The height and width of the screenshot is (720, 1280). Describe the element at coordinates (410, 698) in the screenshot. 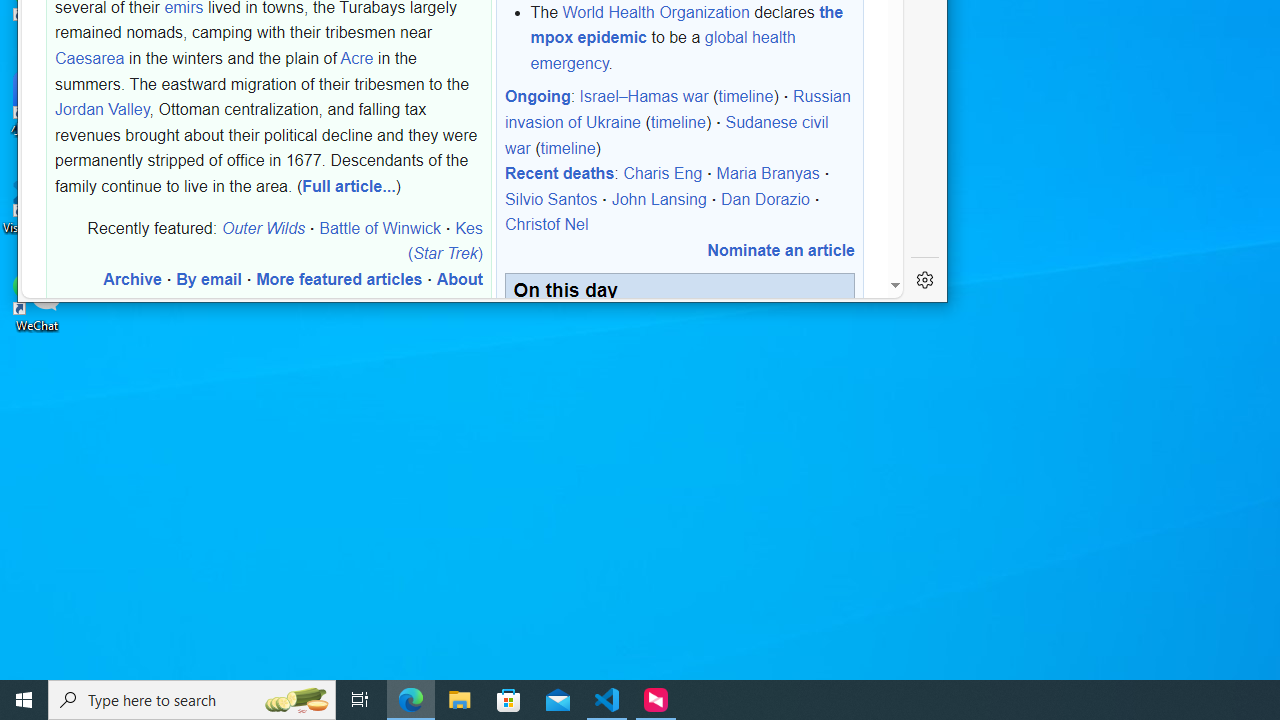

I see `'Microsoft Edge - 1 running window'` at that location.